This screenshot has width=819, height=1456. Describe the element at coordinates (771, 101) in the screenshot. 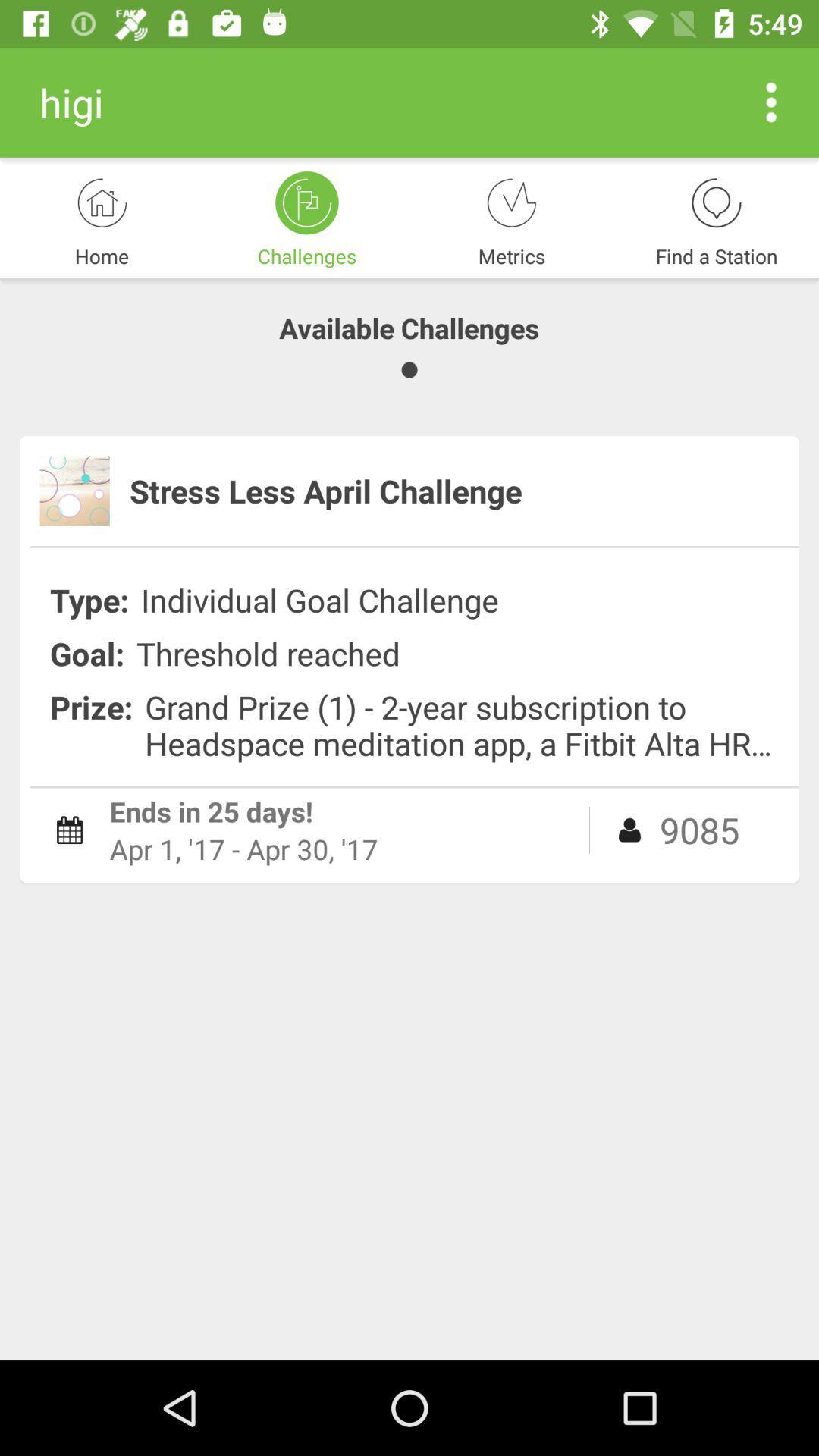

I see `the more icon` at that location.